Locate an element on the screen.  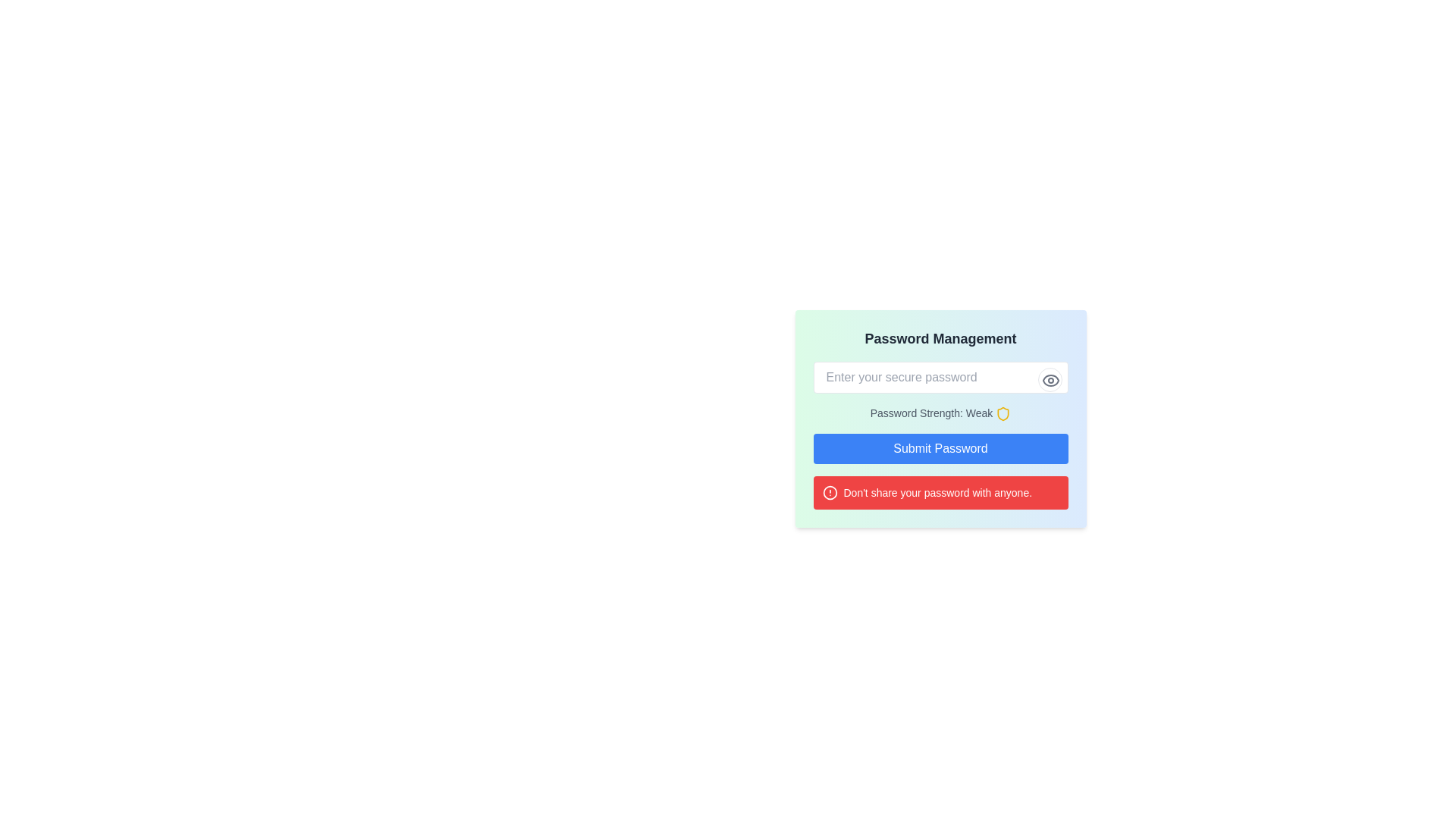
the small yellowish shield icon next to the label 'Password Strength: Weak' in the password management card interface is located at coordinates (1003, 414).